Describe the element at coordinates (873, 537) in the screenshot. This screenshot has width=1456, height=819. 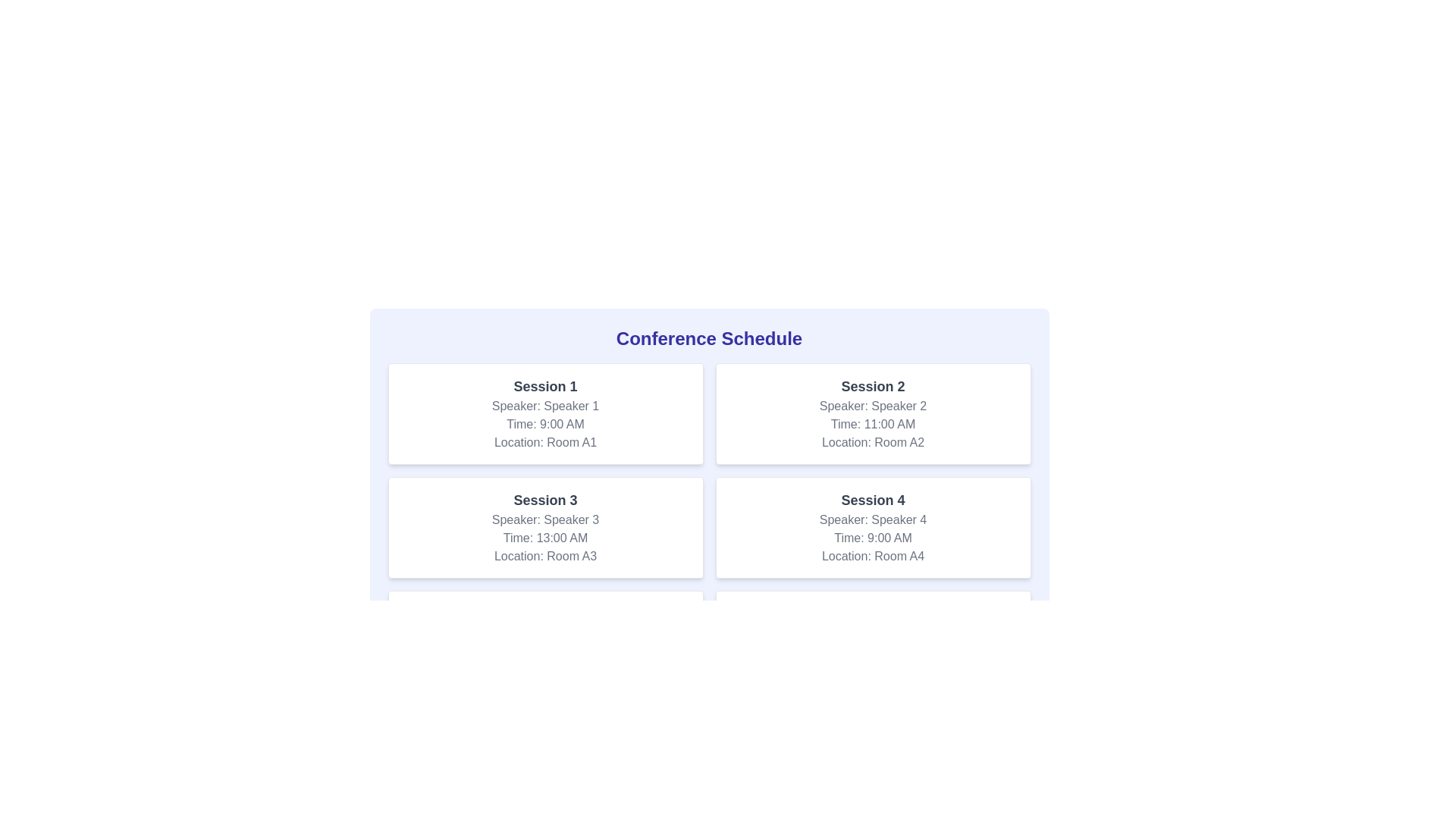
I see `time displayed in the text label showing when 'Session 4' is scheduled to begin, which is located in the bottom-right quadrant of the conference schedule layout, directly below the speaker information` at that location.